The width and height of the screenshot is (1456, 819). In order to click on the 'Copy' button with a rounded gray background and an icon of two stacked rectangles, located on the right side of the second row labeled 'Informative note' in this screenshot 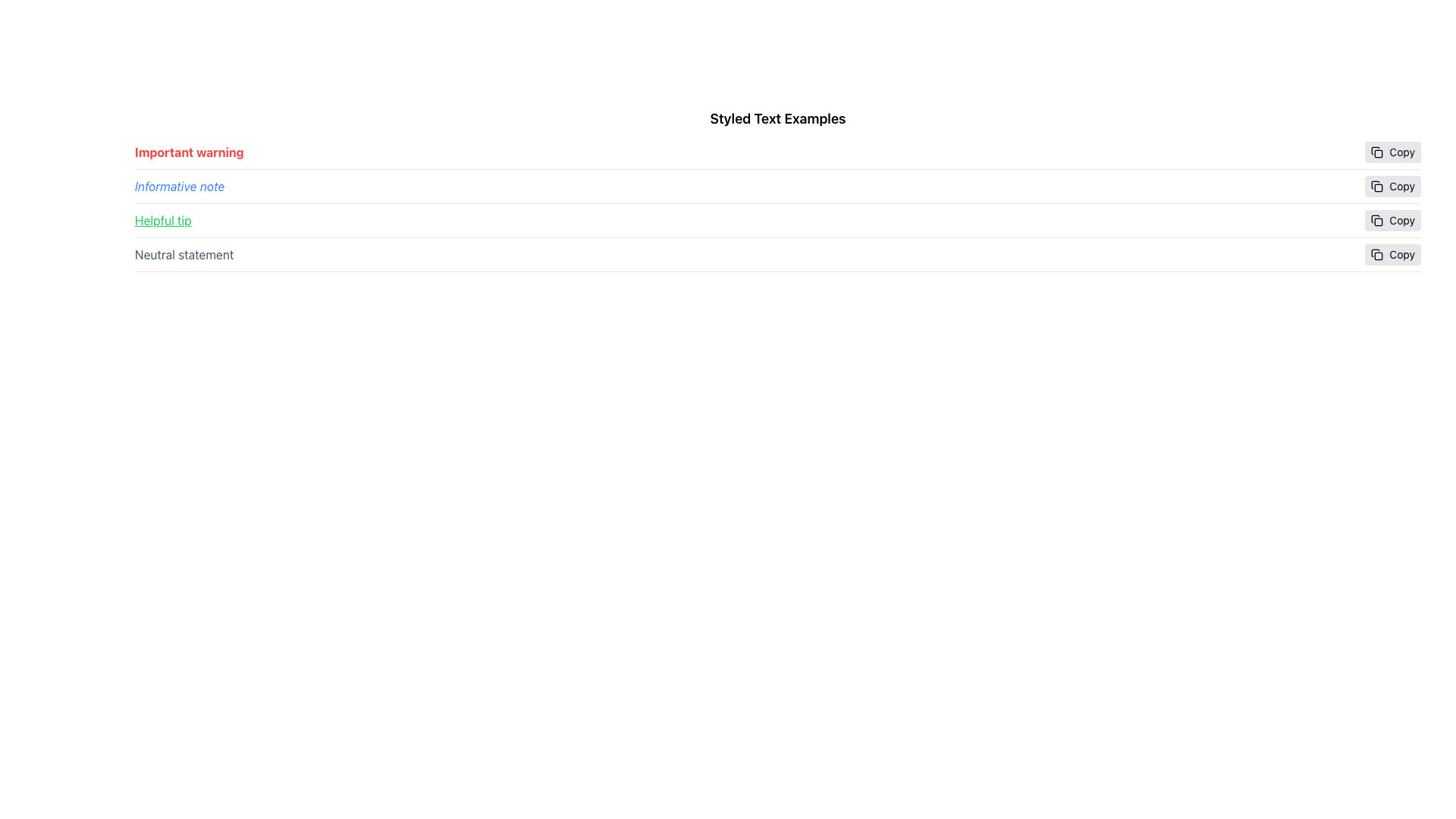, I will do `click(1393, 186)`.